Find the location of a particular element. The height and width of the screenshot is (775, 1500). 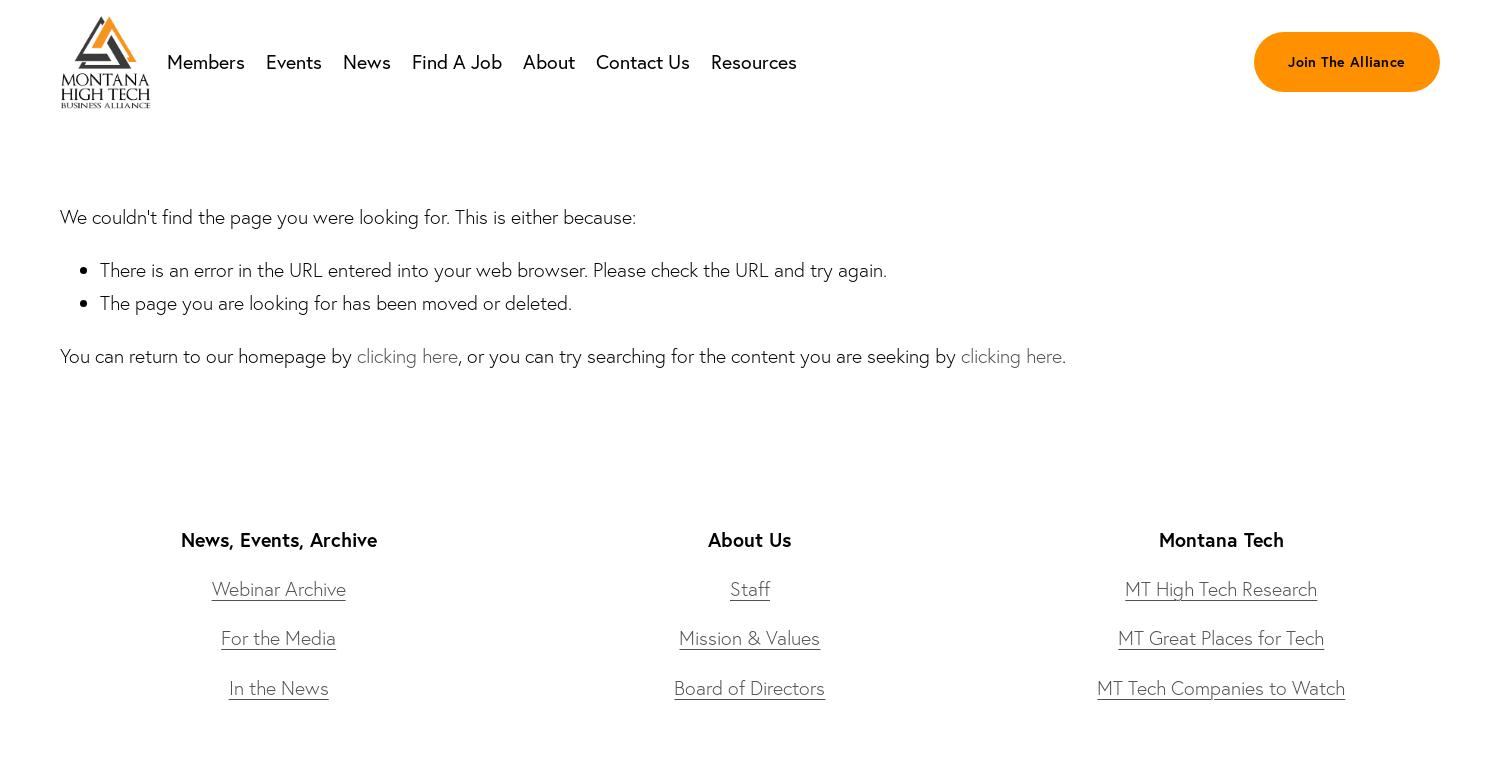

'You can return to our homepage by' is located at coordinates (207, 355).